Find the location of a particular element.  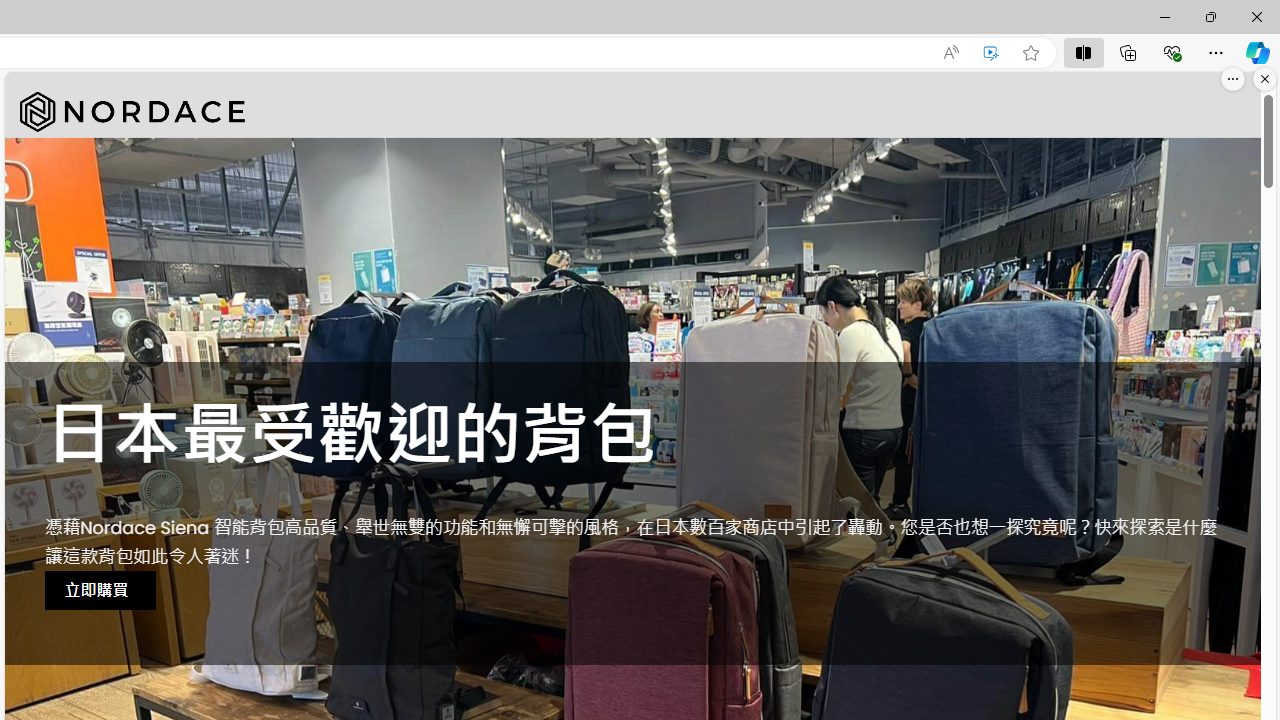

'More options.' is located at coordinates (1232, 78).